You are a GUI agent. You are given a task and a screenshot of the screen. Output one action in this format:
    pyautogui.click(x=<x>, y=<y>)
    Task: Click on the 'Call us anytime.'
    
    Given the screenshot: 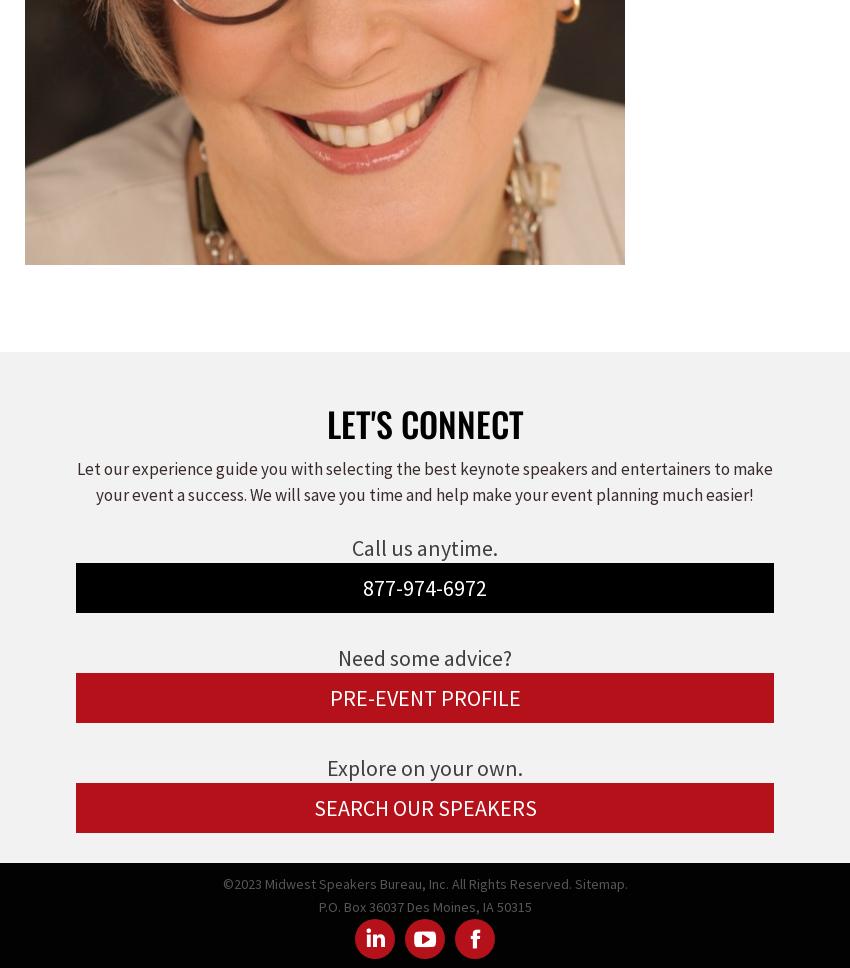 What is the action you would take?
    pyautogui.click(x=425, y=546)
    